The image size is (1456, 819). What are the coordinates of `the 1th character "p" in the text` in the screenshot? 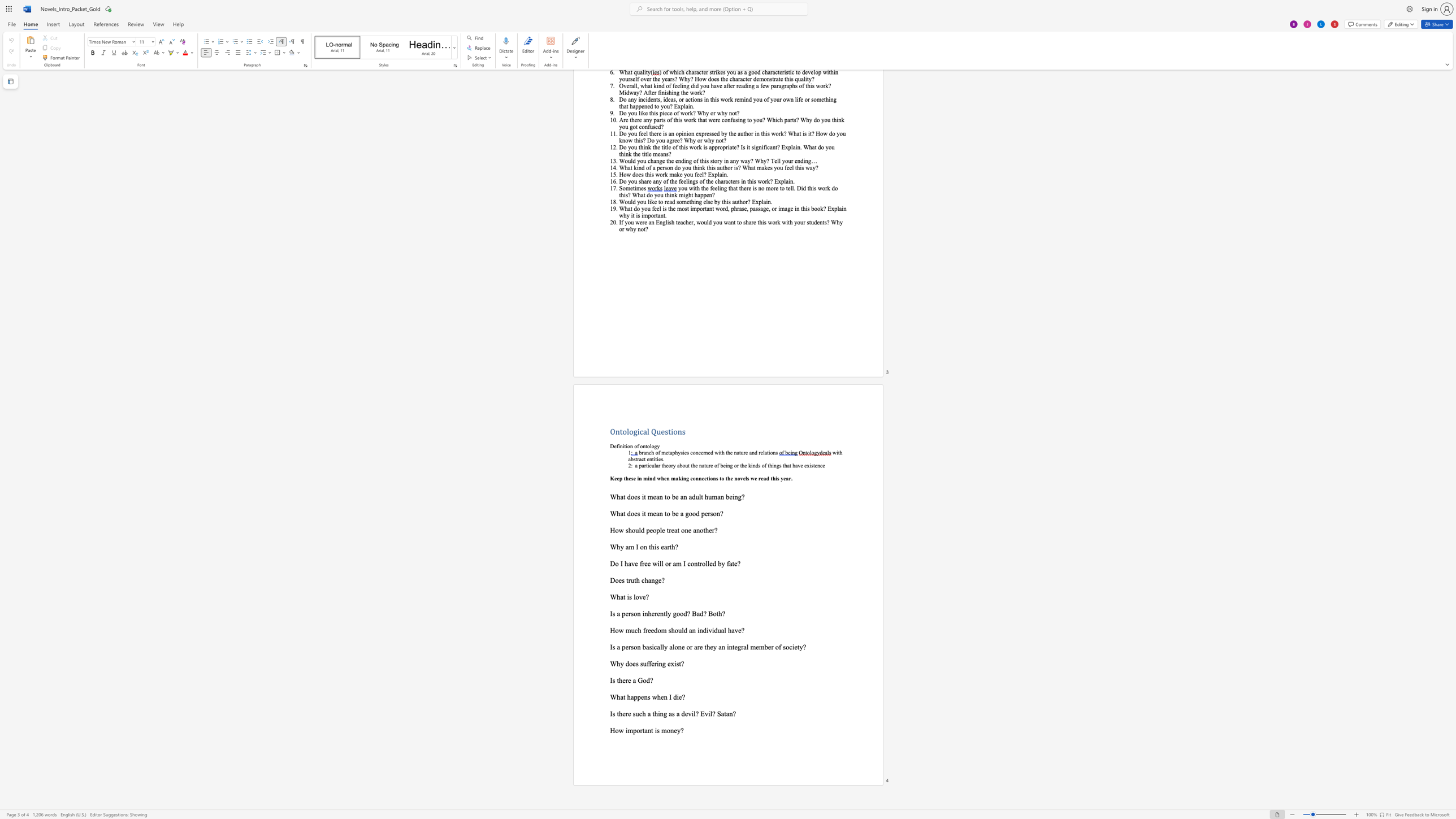 It's located at (640, 465).